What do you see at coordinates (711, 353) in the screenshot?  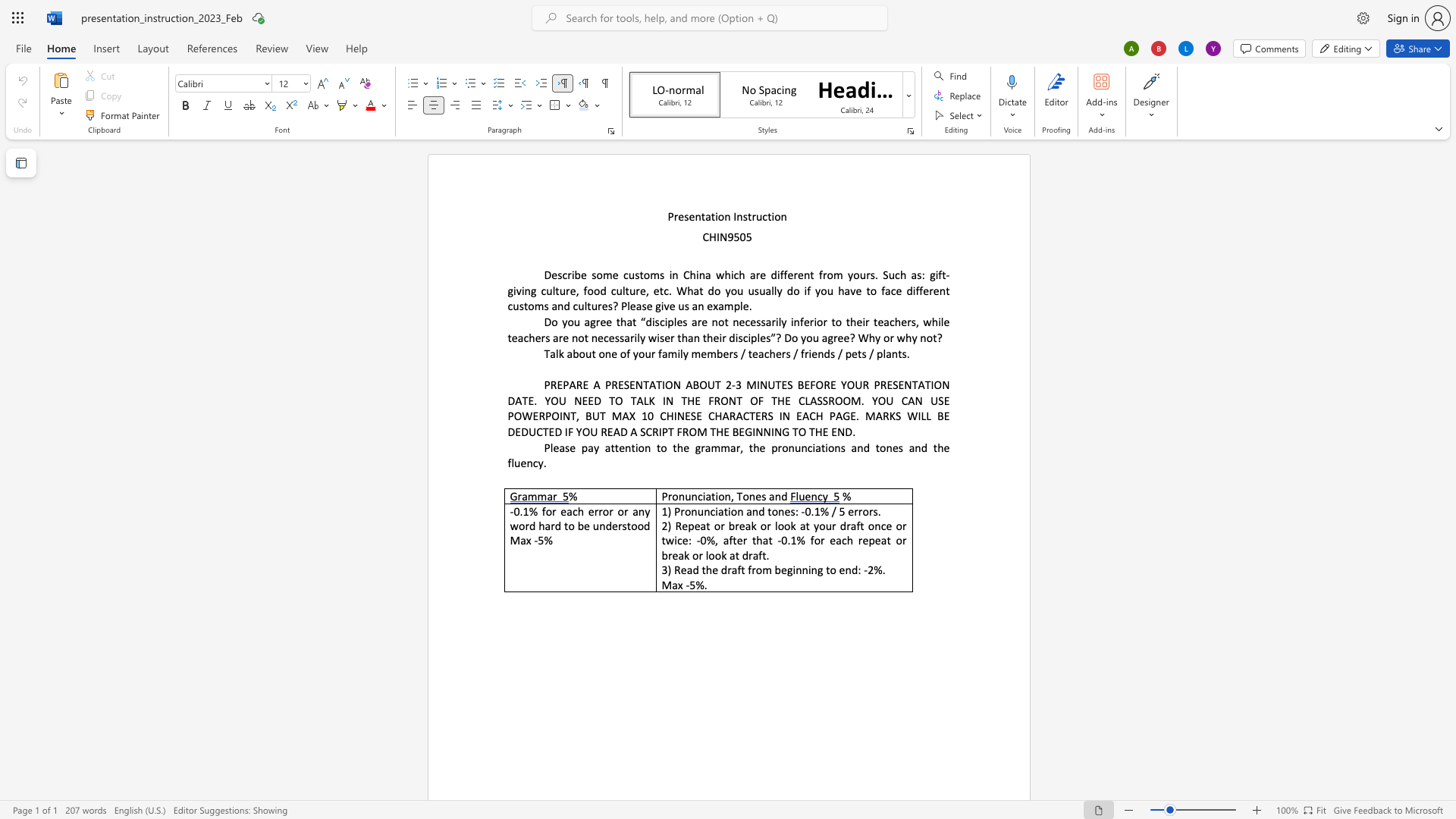 I see `the 3th character "m" in the text` at bounding box center [711, 353].